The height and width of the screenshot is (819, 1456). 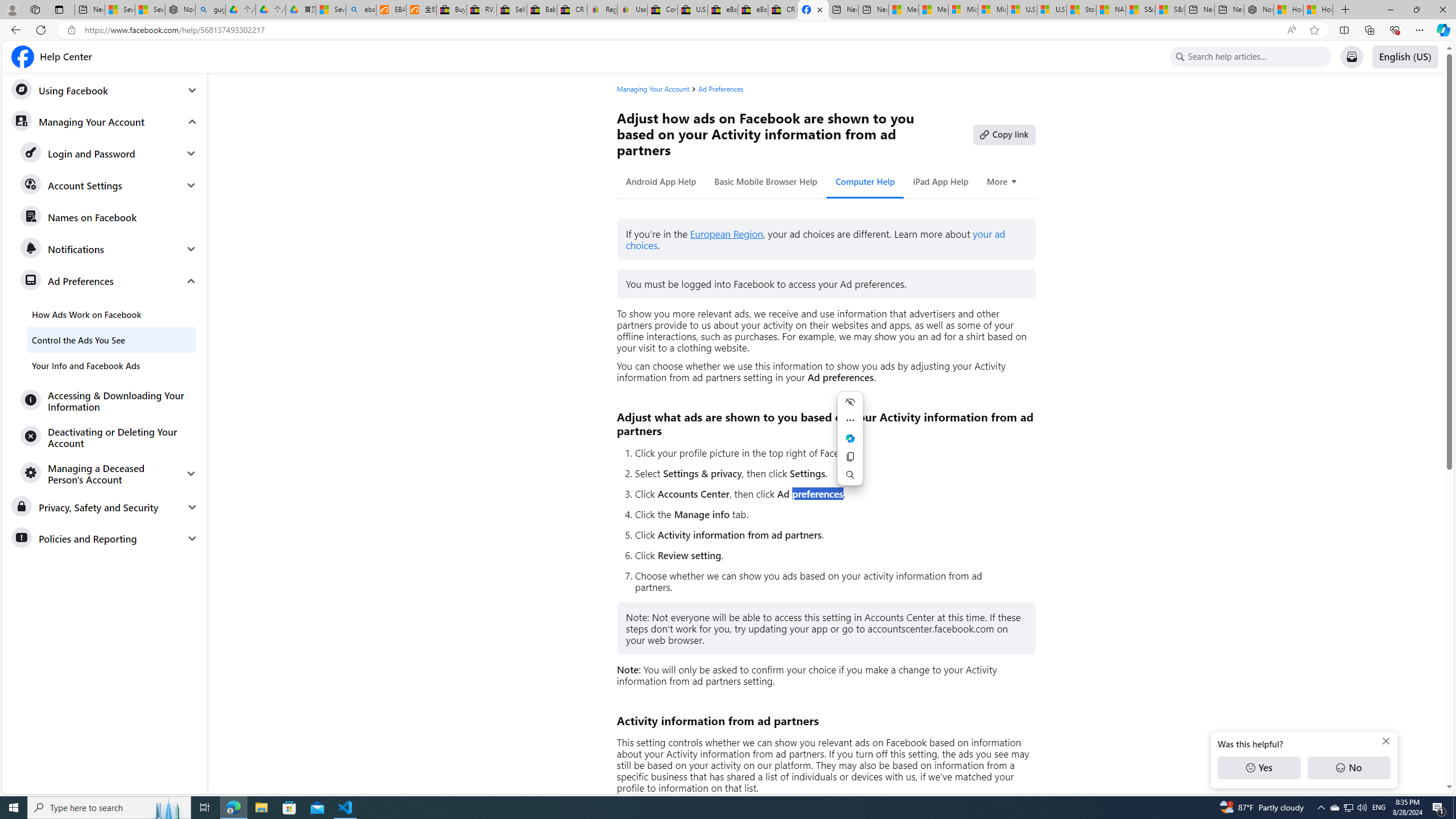 I want to click on 'Ad Preferences', so click(x=721, y=89).